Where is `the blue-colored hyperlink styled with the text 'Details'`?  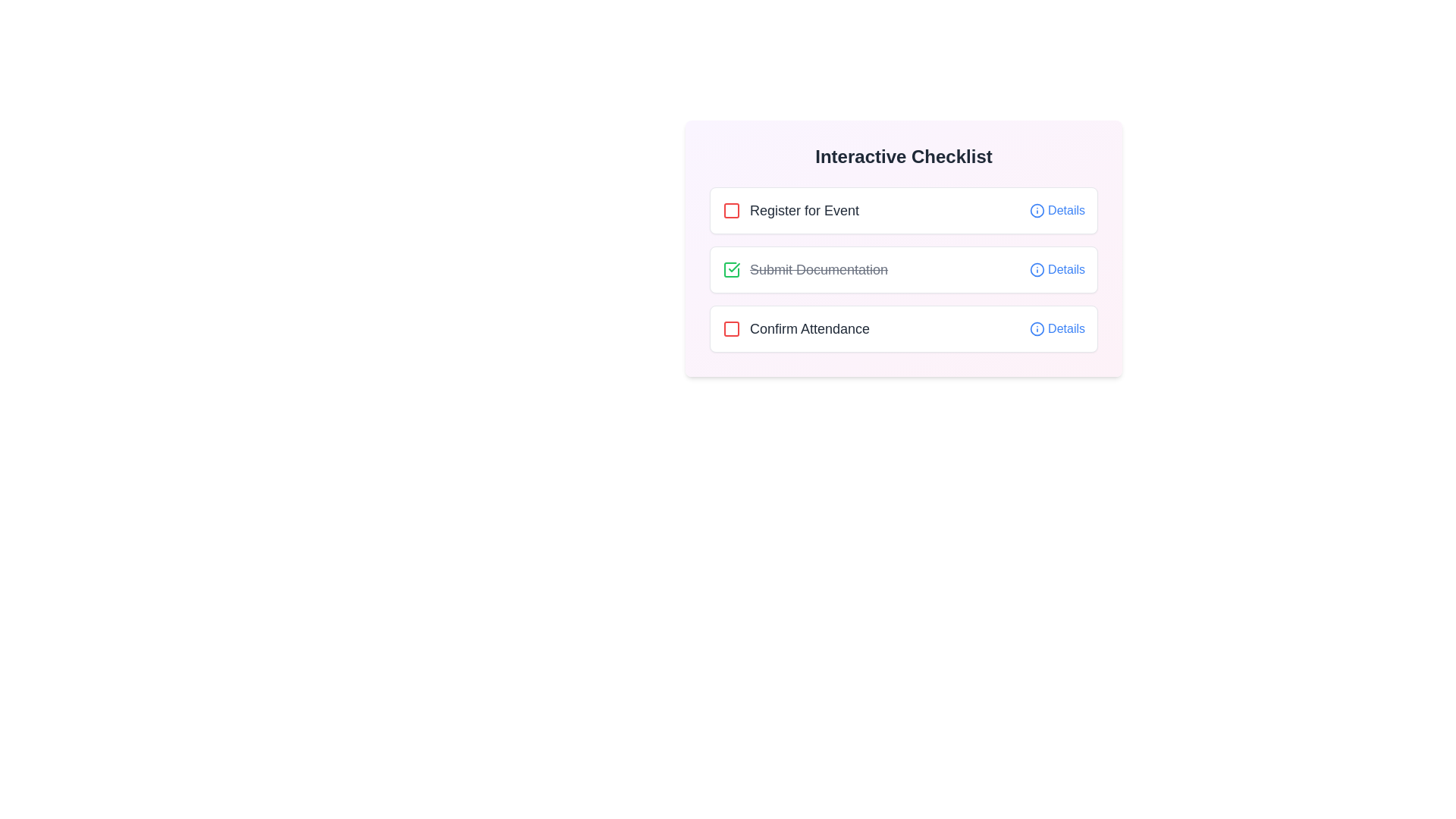
the blue-colored hyperlink styled with the text 'Details' is located at coordinates (1065, 210).